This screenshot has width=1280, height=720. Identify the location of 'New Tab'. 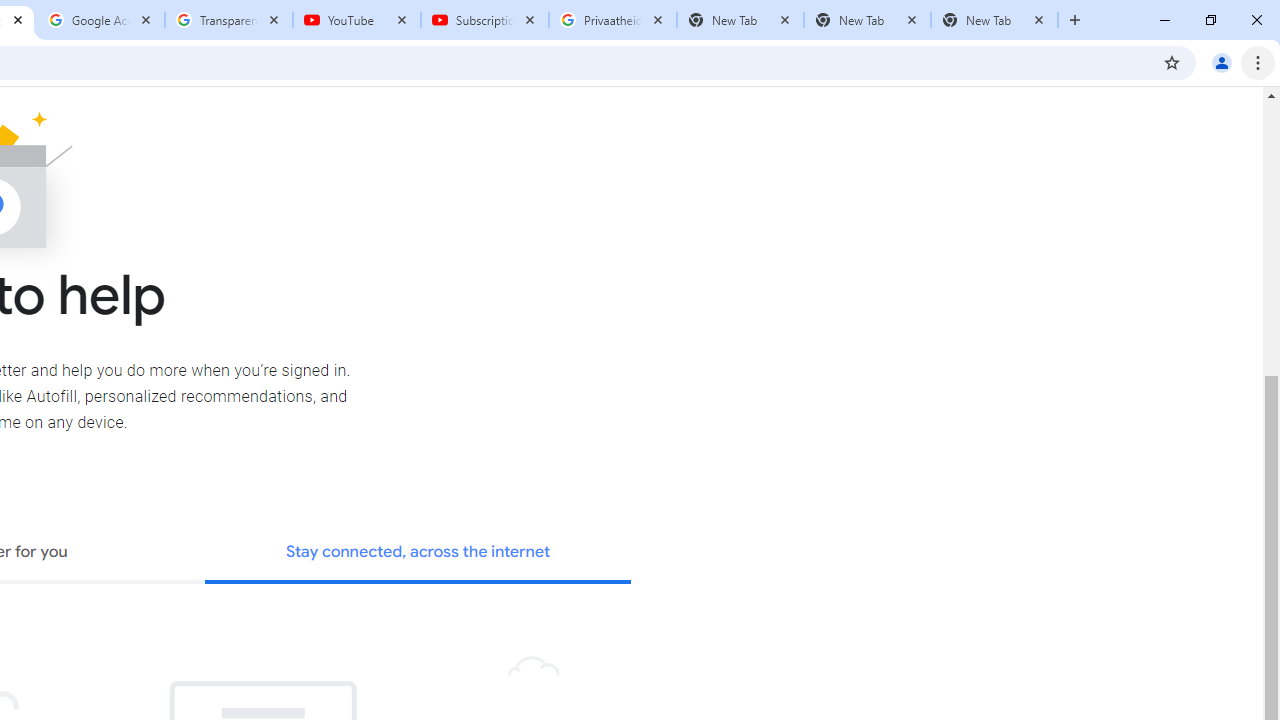
(994, 20).